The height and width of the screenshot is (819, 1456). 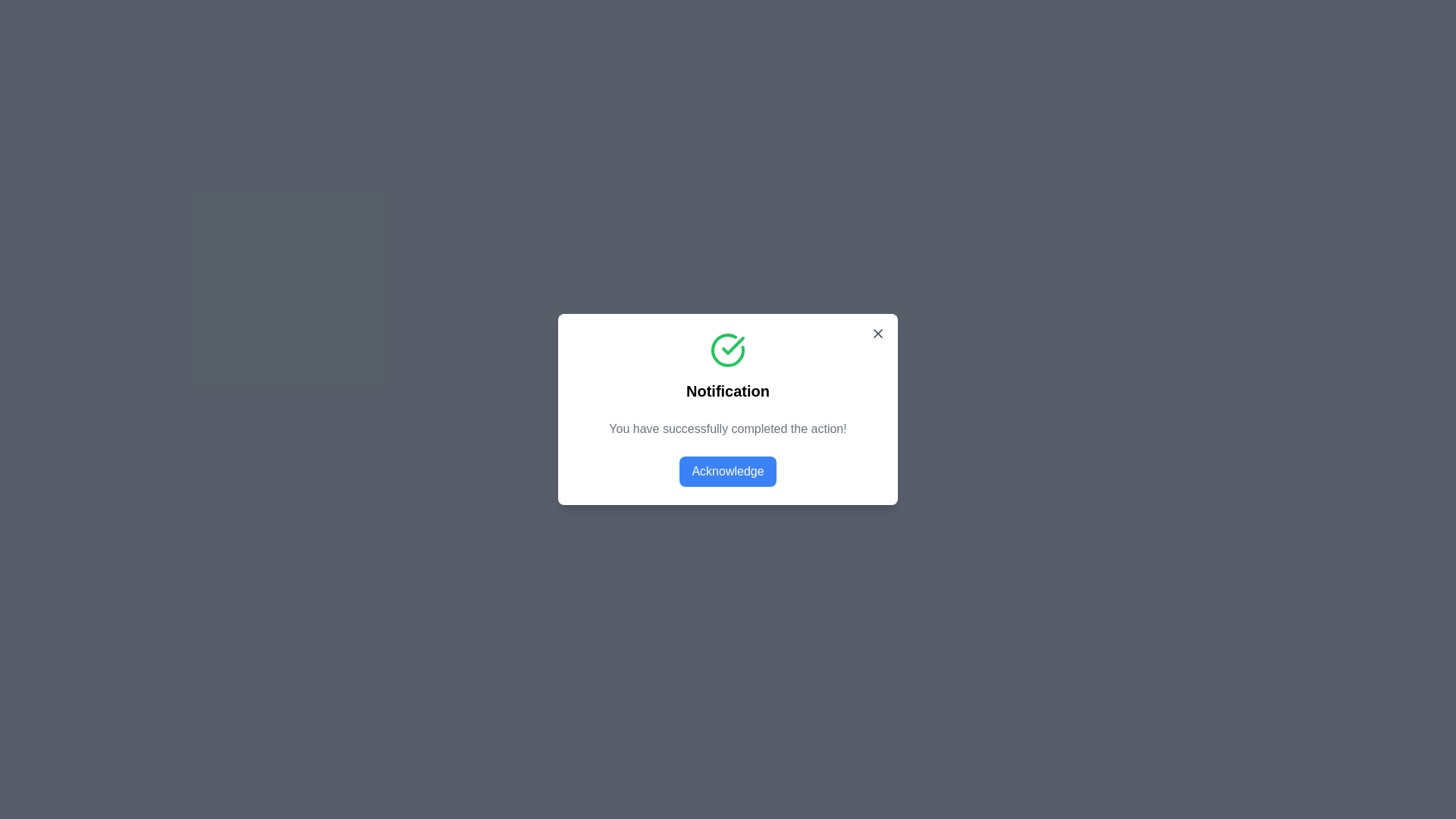 What do you see at coordinates (728, 350) in the screenshot?
I see `the circular green checkmark icon located above the title 'Notification' within the dialog box` at bounding box center [728, 350].